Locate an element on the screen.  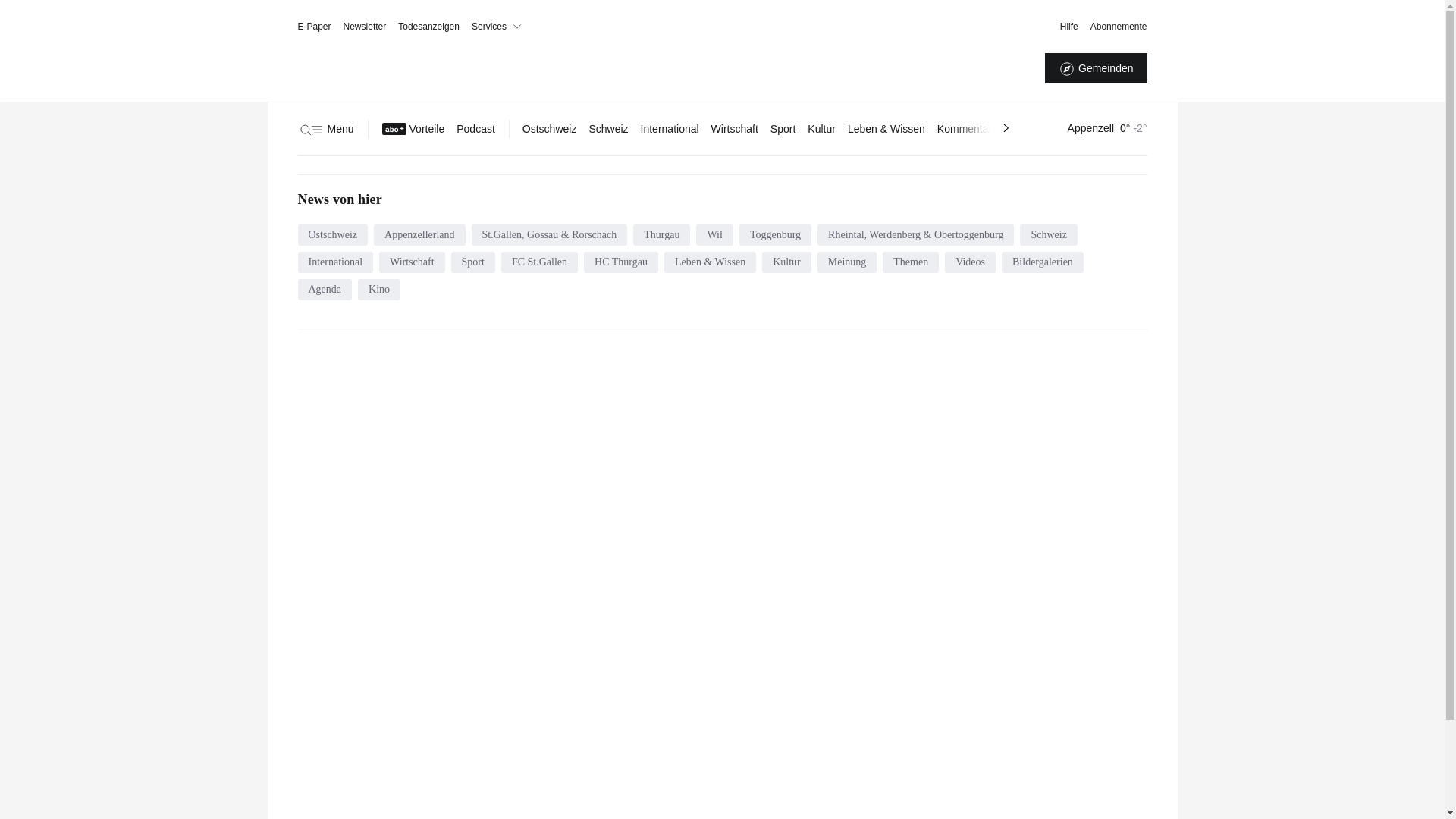
'Gemeinden' is located at coordinates (1095, 67).